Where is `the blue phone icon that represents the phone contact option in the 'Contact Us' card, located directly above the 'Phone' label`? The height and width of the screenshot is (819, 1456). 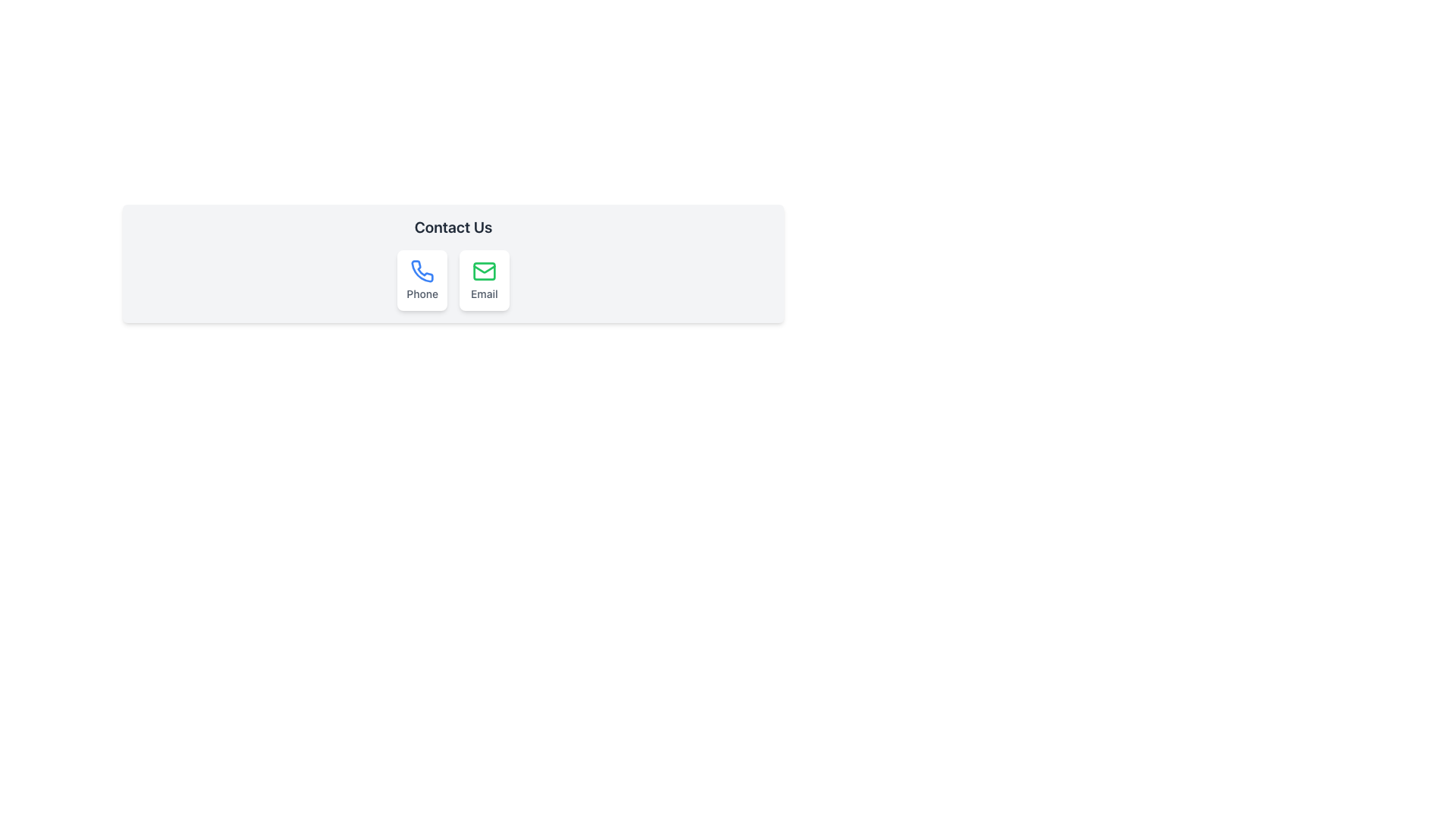
the blue phone icon that represents the phone contact option in the 'Contact Us' card, located directly above the 'Phone' label is located at coordinates (422, 270).